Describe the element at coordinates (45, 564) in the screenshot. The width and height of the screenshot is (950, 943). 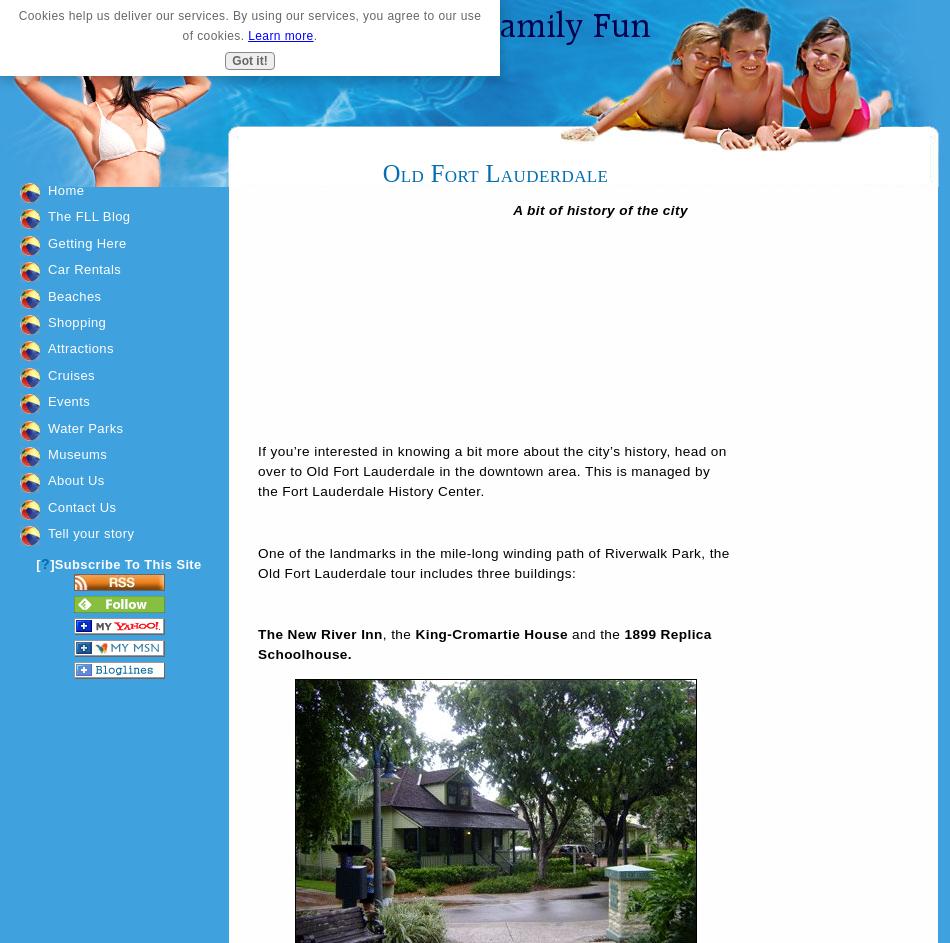
I see `'?'` at that location.